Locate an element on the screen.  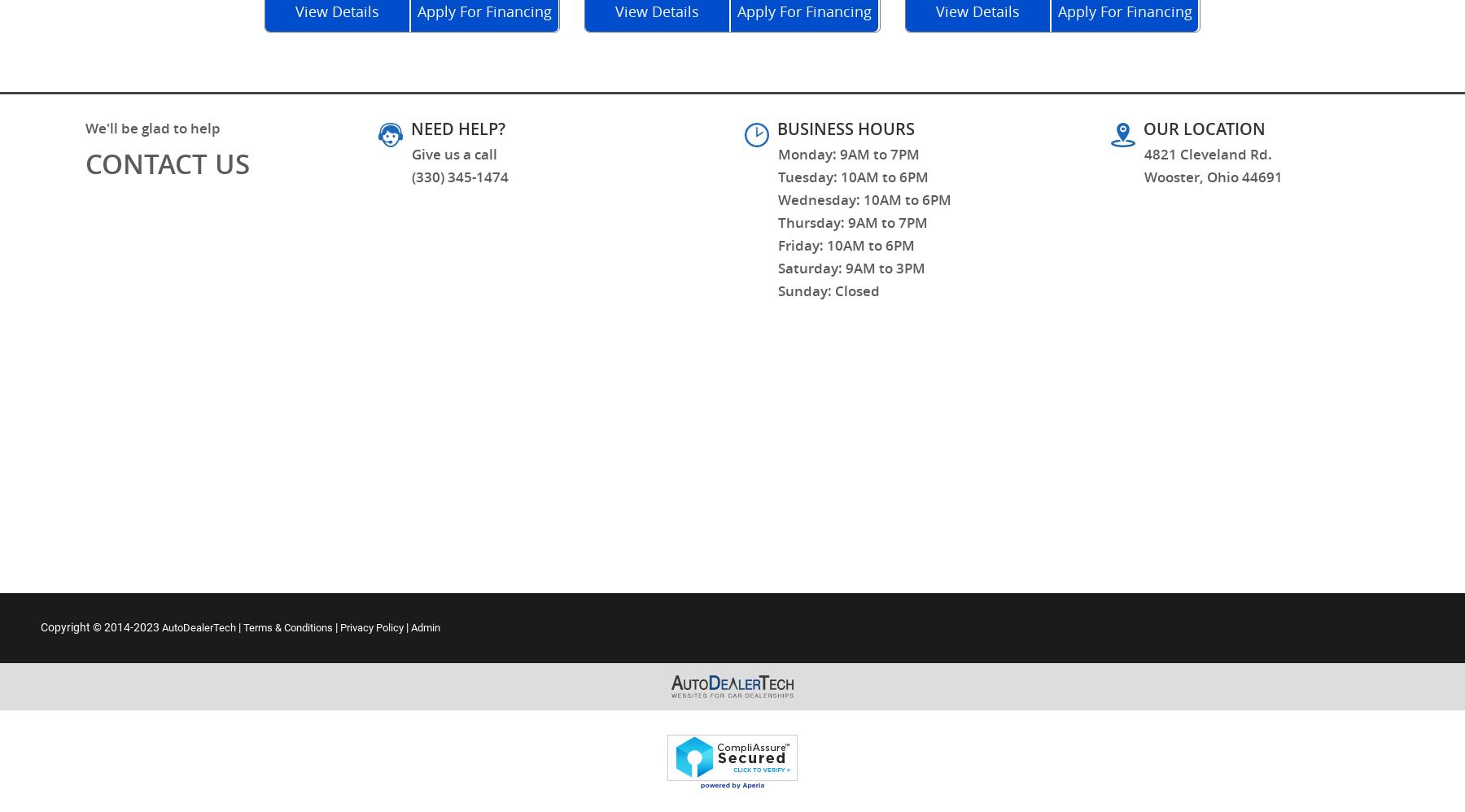
'Friday: 10AM to 6PM' is located at coordinates (776, 245).